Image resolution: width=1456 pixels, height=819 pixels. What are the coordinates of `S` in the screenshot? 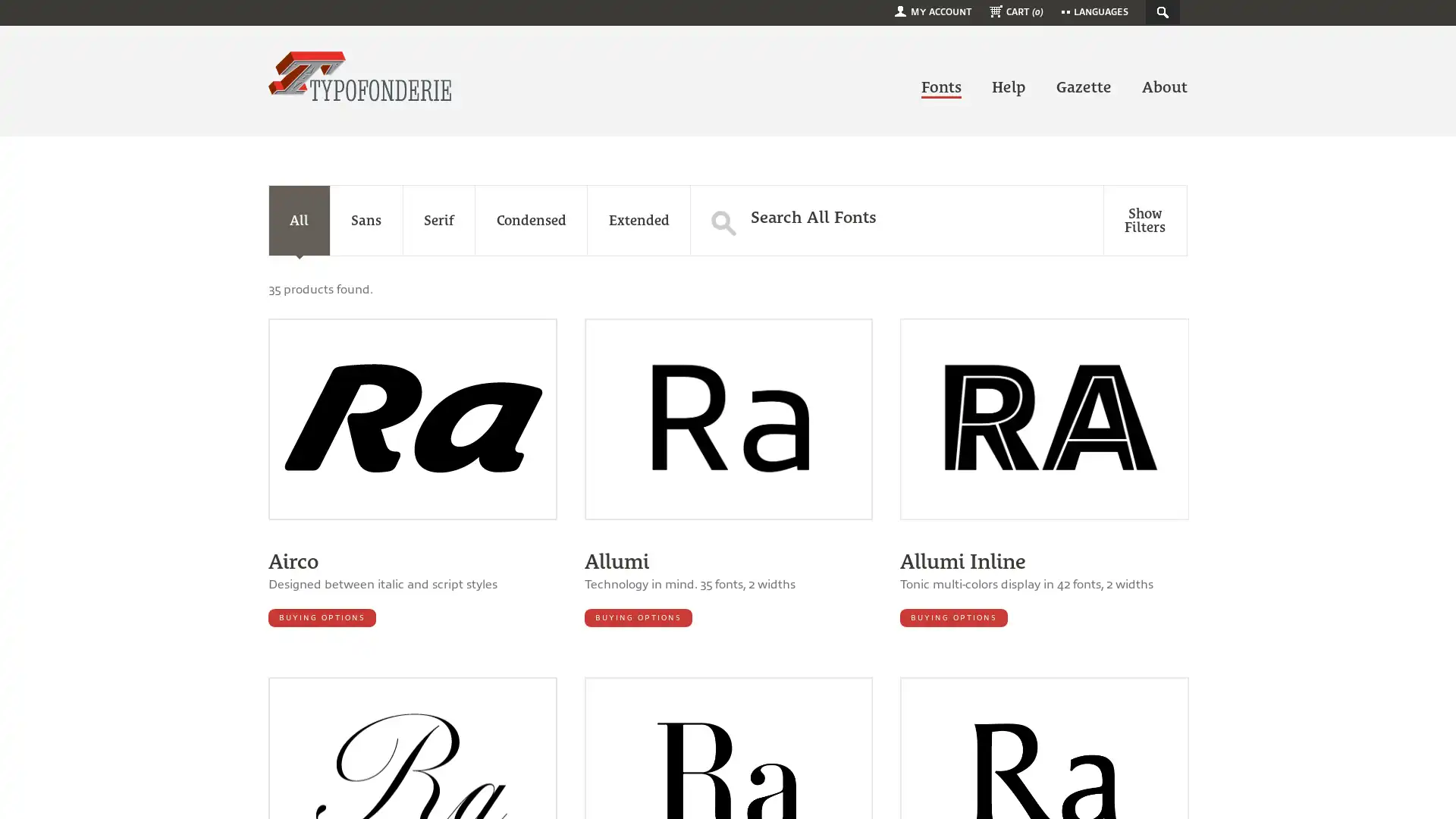 It's located at (722, 222).